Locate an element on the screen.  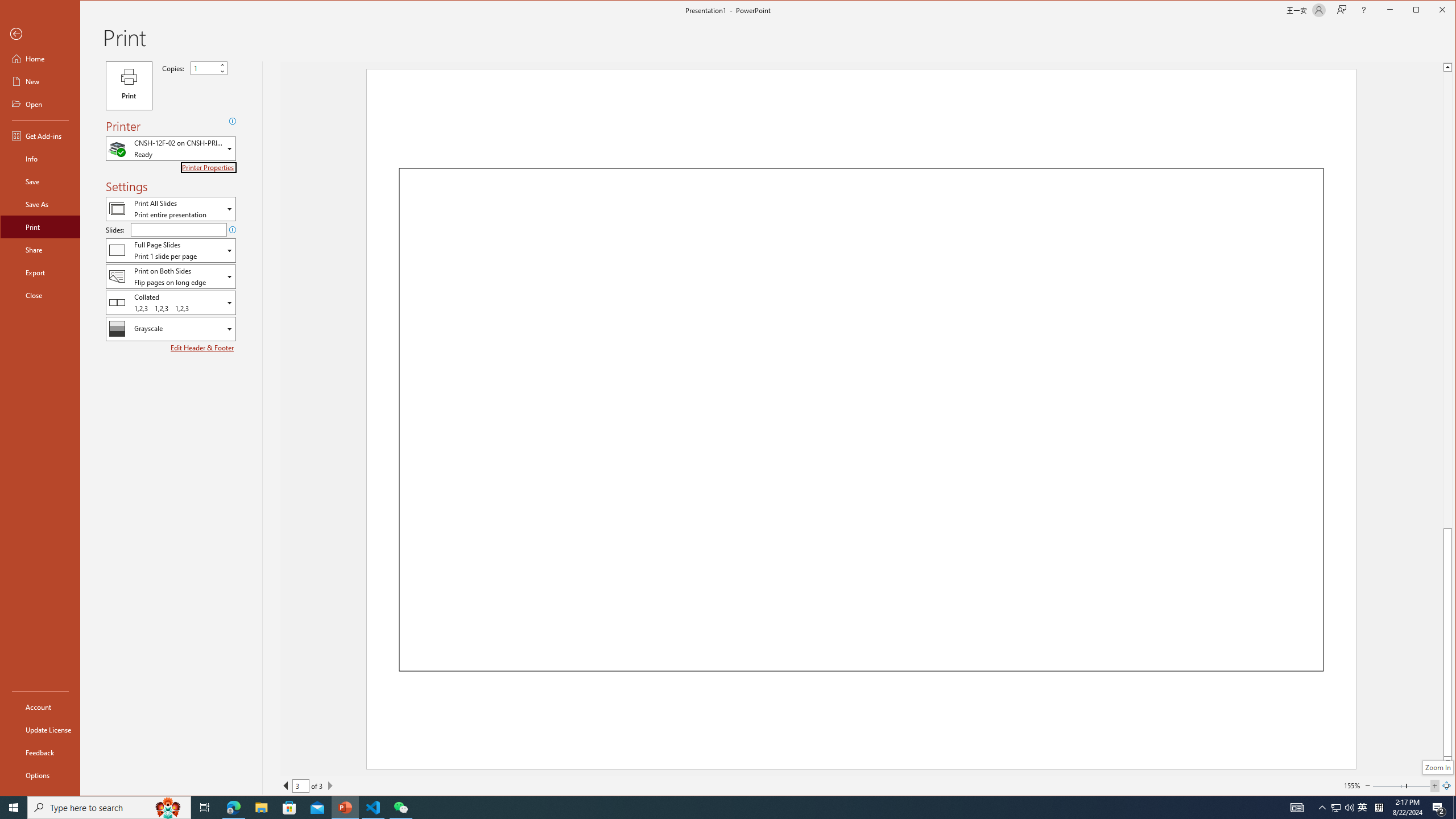
'Class: NetUIScrollBar' is located at coordinates (1447, 413).